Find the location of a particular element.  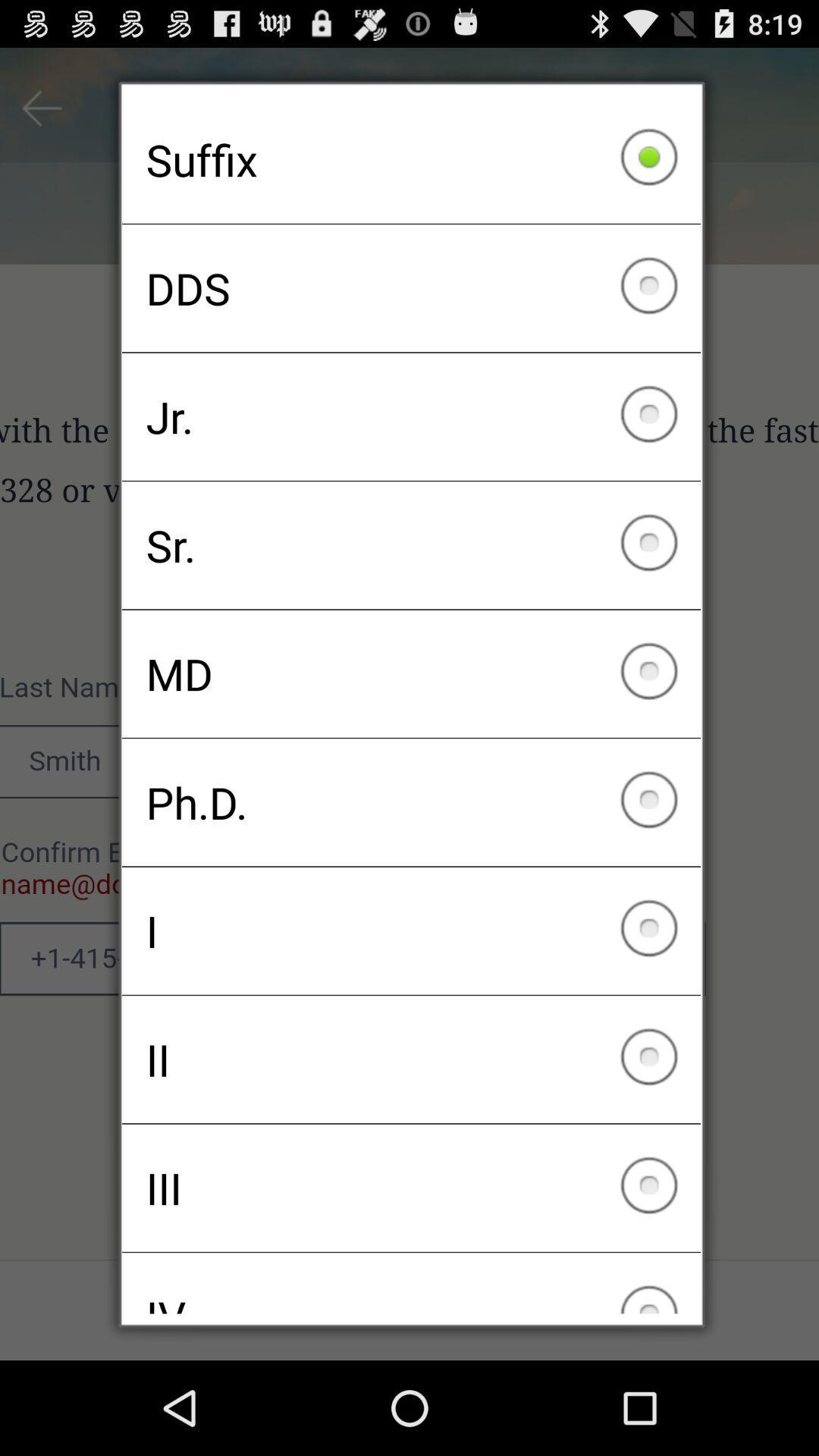

icon below md icon is located at coordinates (411, 802).